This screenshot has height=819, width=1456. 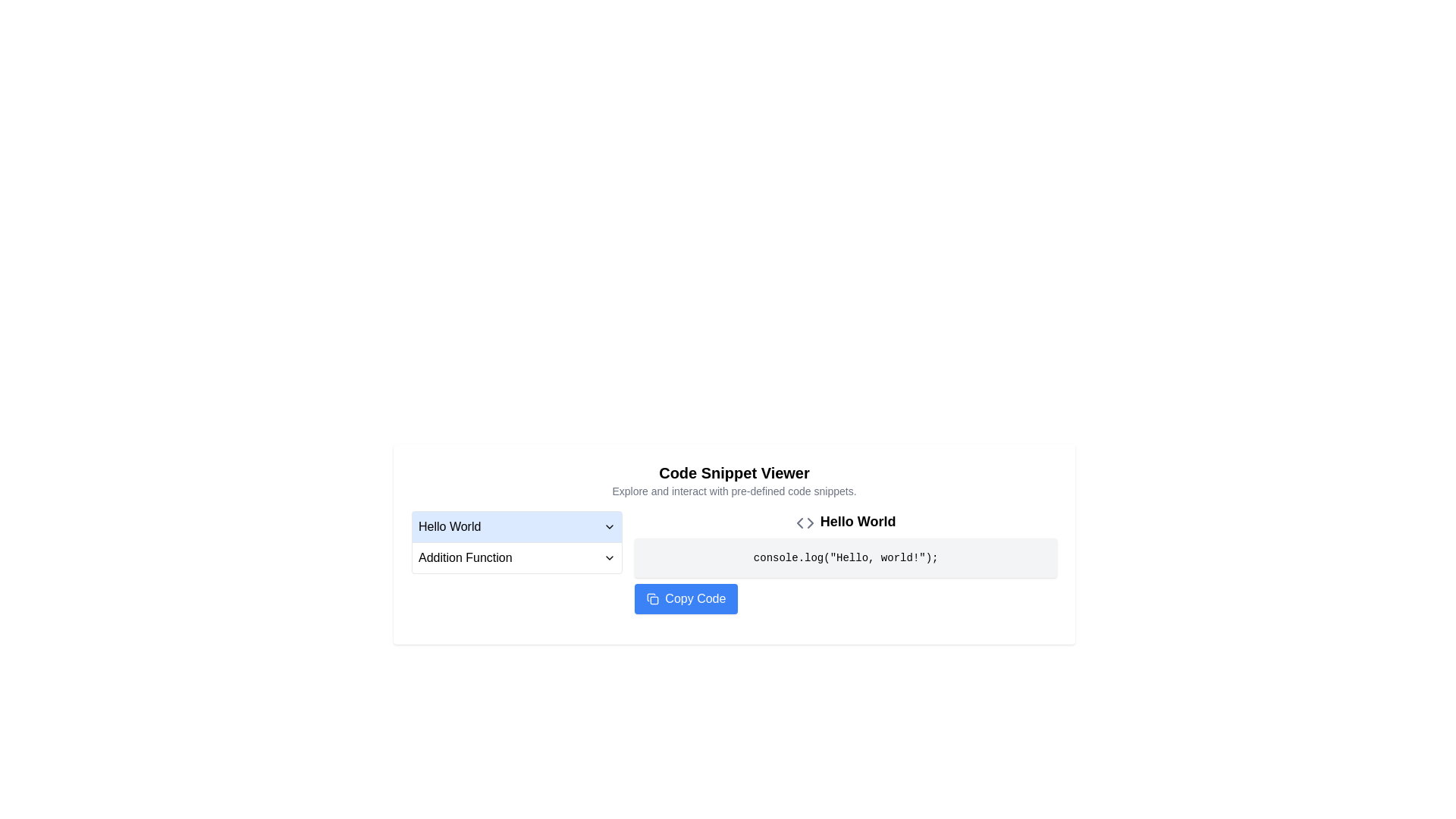 I want to click on the informational text label that displays 'Hello World', which serves as a title or header, located to the right of an icon and other graphical elements, so click(x=858, y=520).